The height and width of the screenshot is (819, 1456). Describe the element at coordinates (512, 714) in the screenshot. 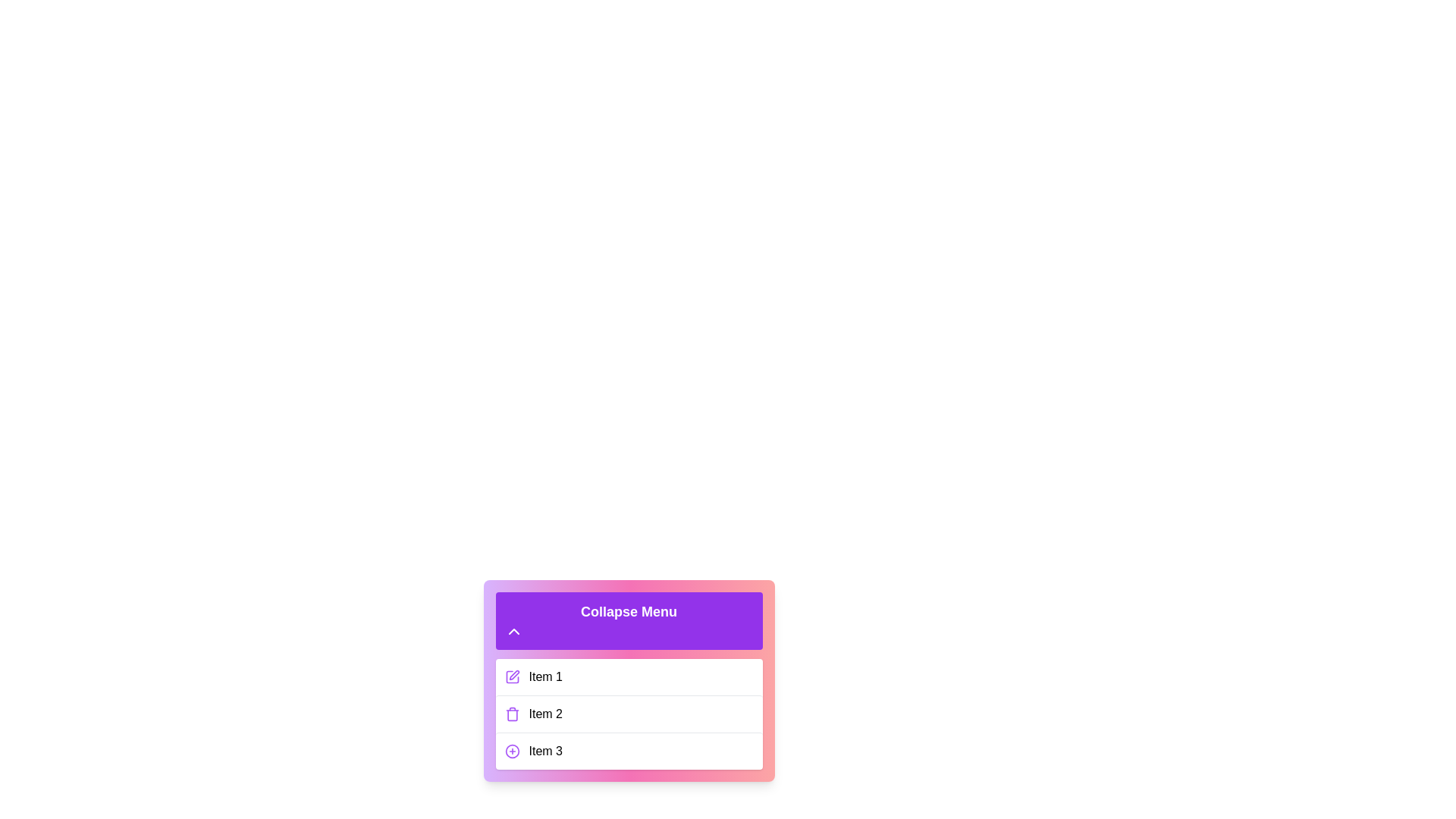

I see `the icon corresponding to Trash` at that location.